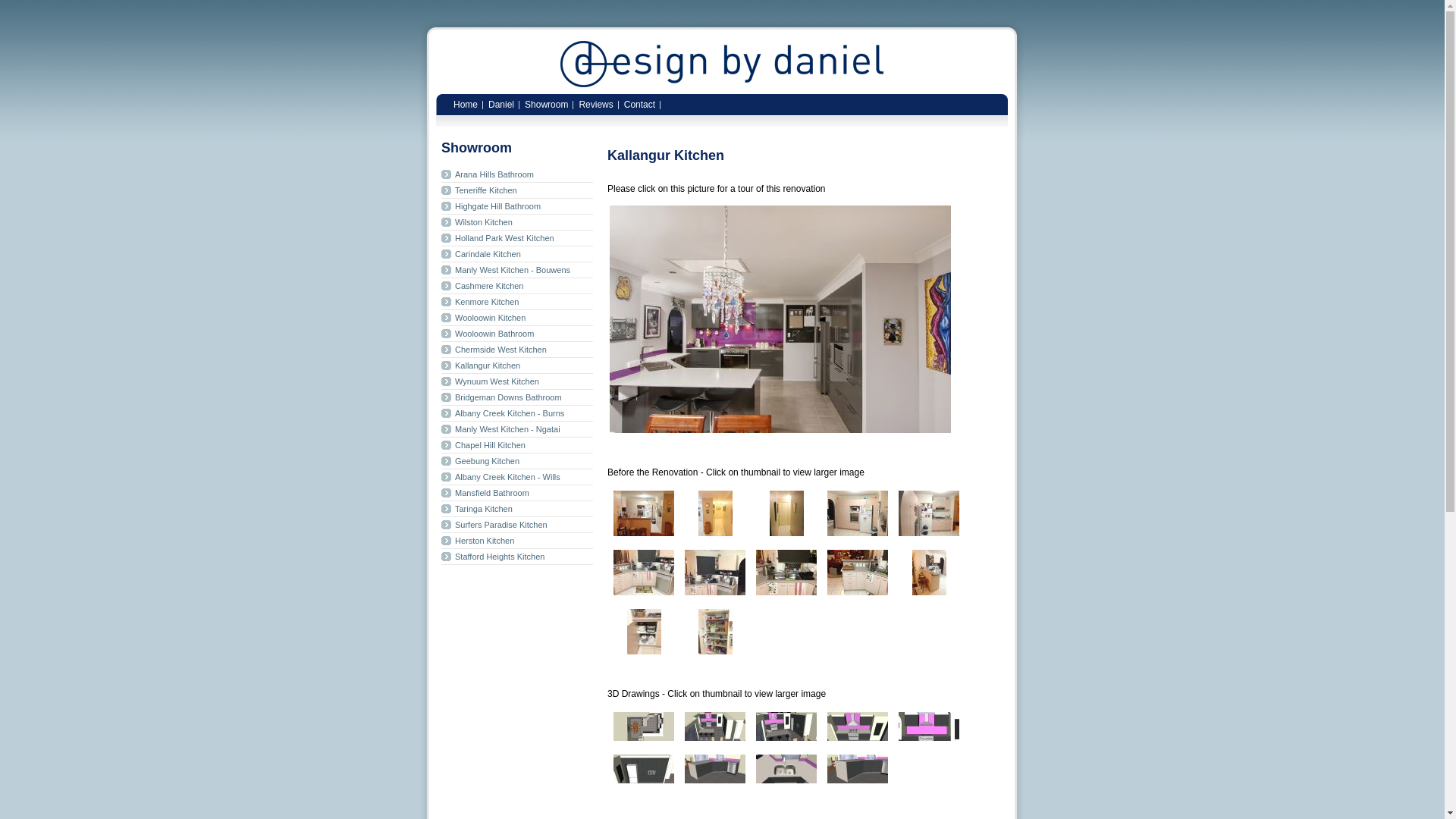 This screenshot has width=1456, height=819. Describe the element at coordinates (516, 429) in the screenshot. I see `'Manly West Kitchen - Ngatai'` at that location.